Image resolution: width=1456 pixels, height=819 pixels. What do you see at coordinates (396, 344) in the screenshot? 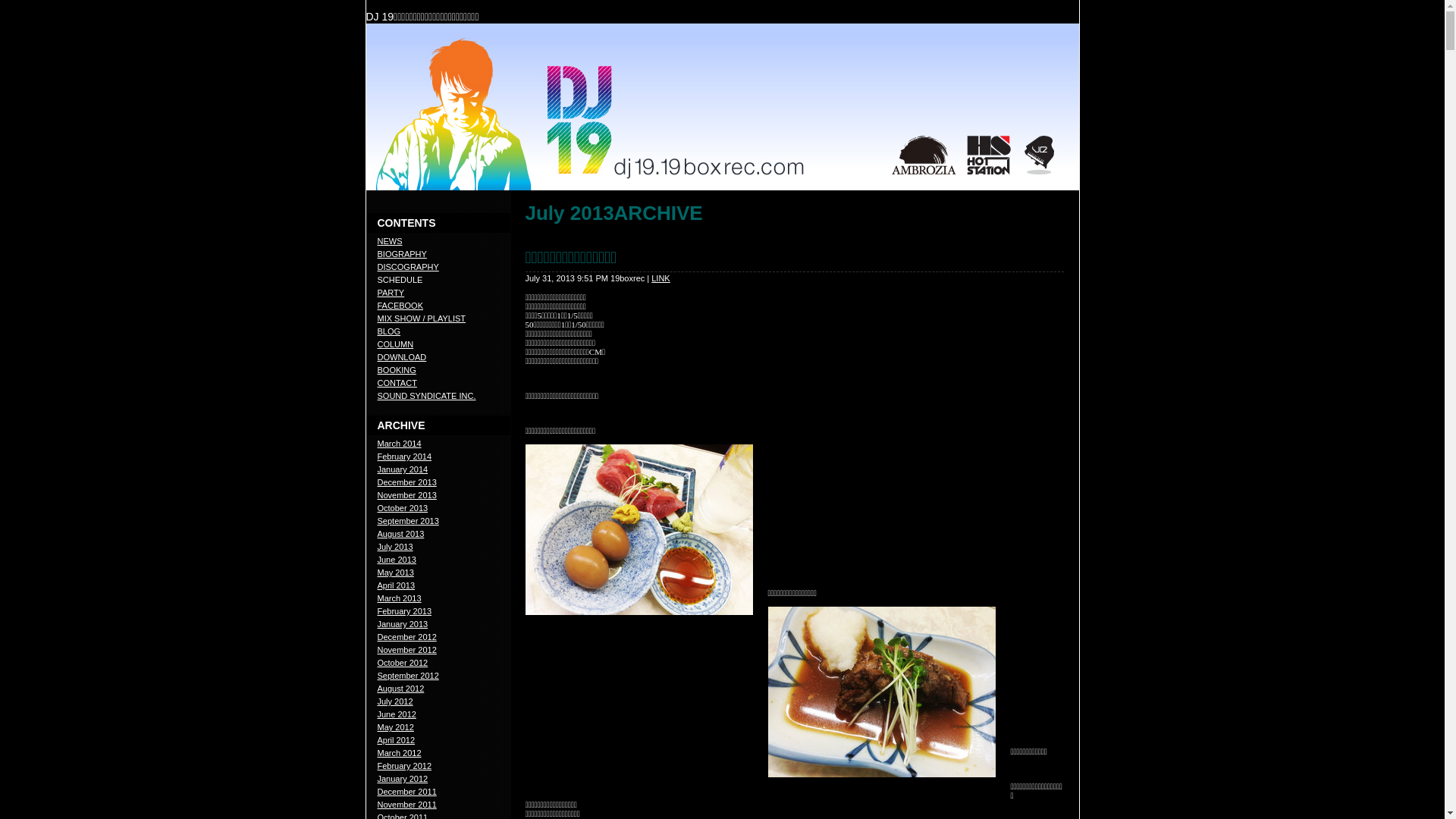
I see `'COLUMN'` at bounding box center [396, 344].